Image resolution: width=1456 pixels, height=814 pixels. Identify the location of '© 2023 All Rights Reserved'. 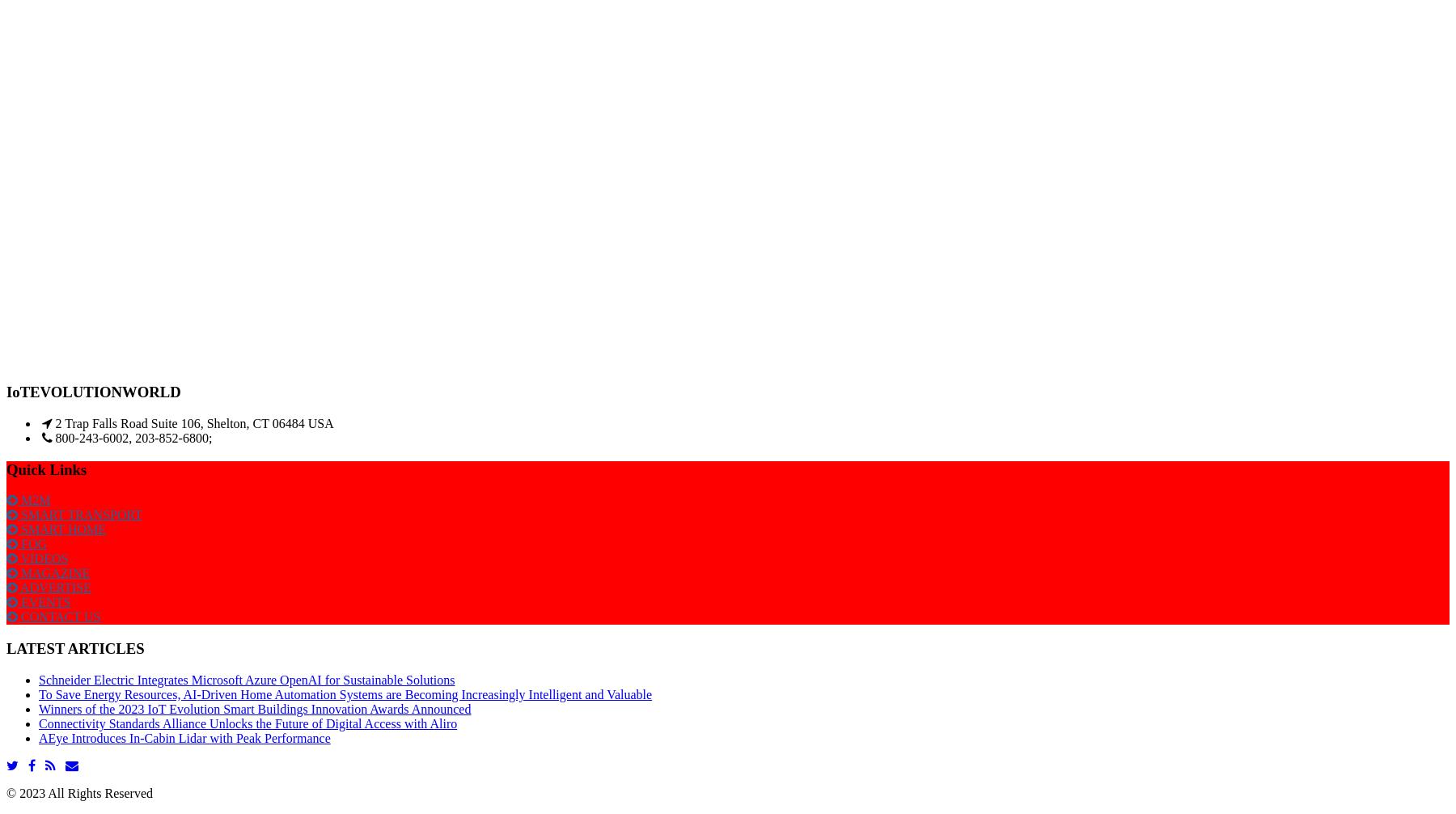
(78, 791).